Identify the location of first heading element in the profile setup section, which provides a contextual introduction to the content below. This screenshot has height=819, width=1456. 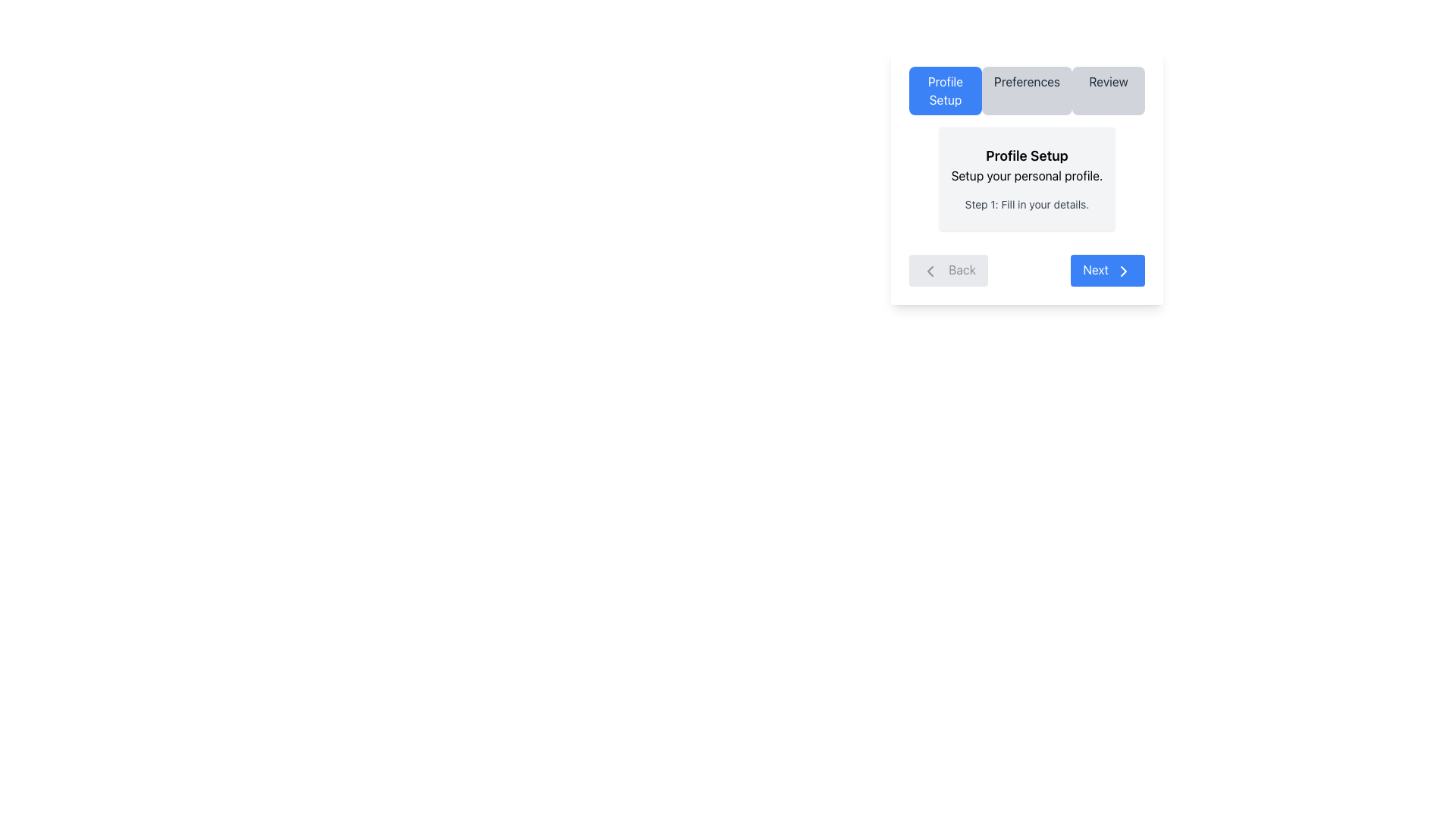
(1027, 155).